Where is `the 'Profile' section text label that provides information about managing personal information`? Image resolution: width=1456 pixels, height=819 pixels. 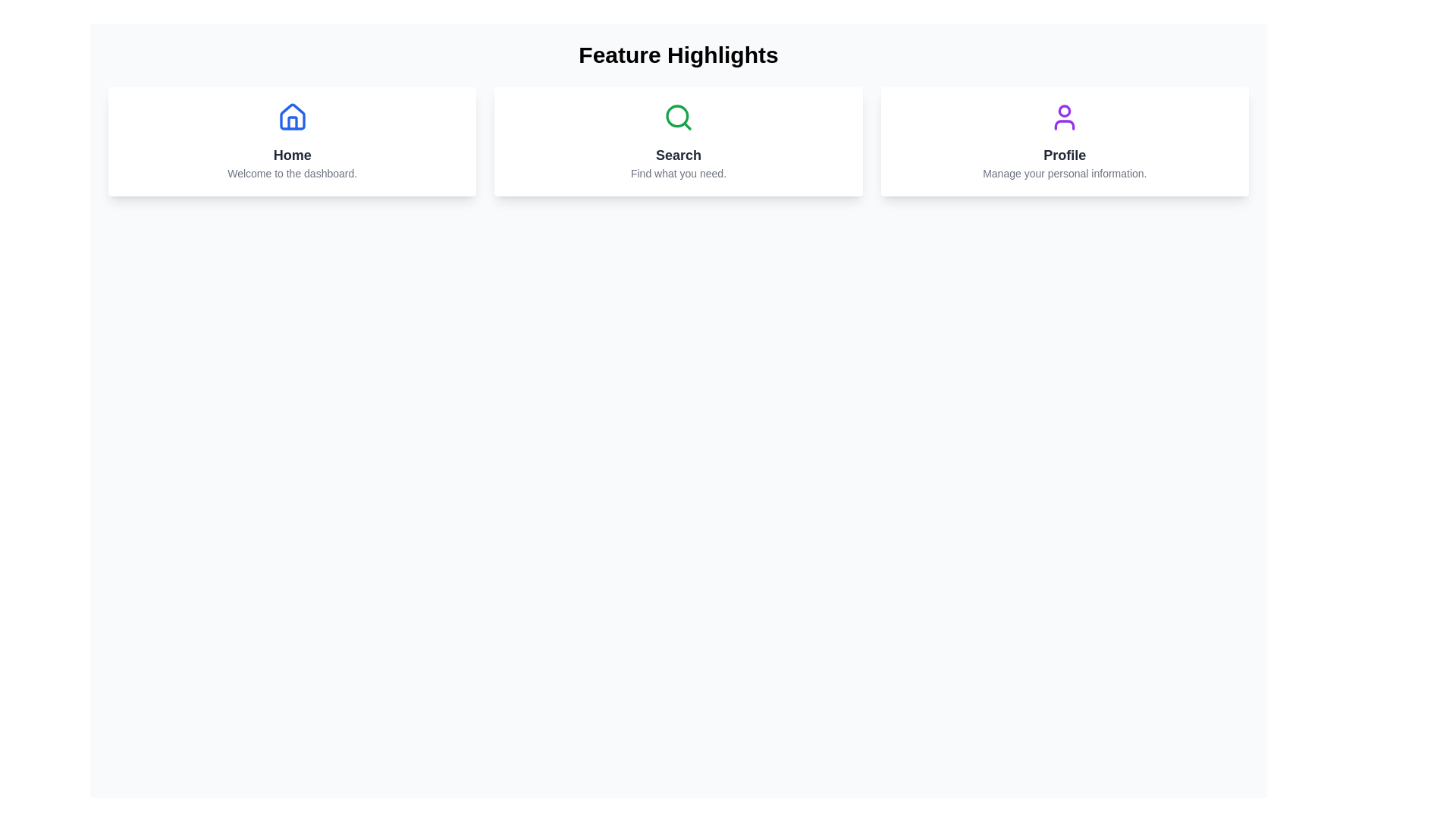 the 'Profile' section text label that provides information about managing personal information is located at coordinates (1064, 172).